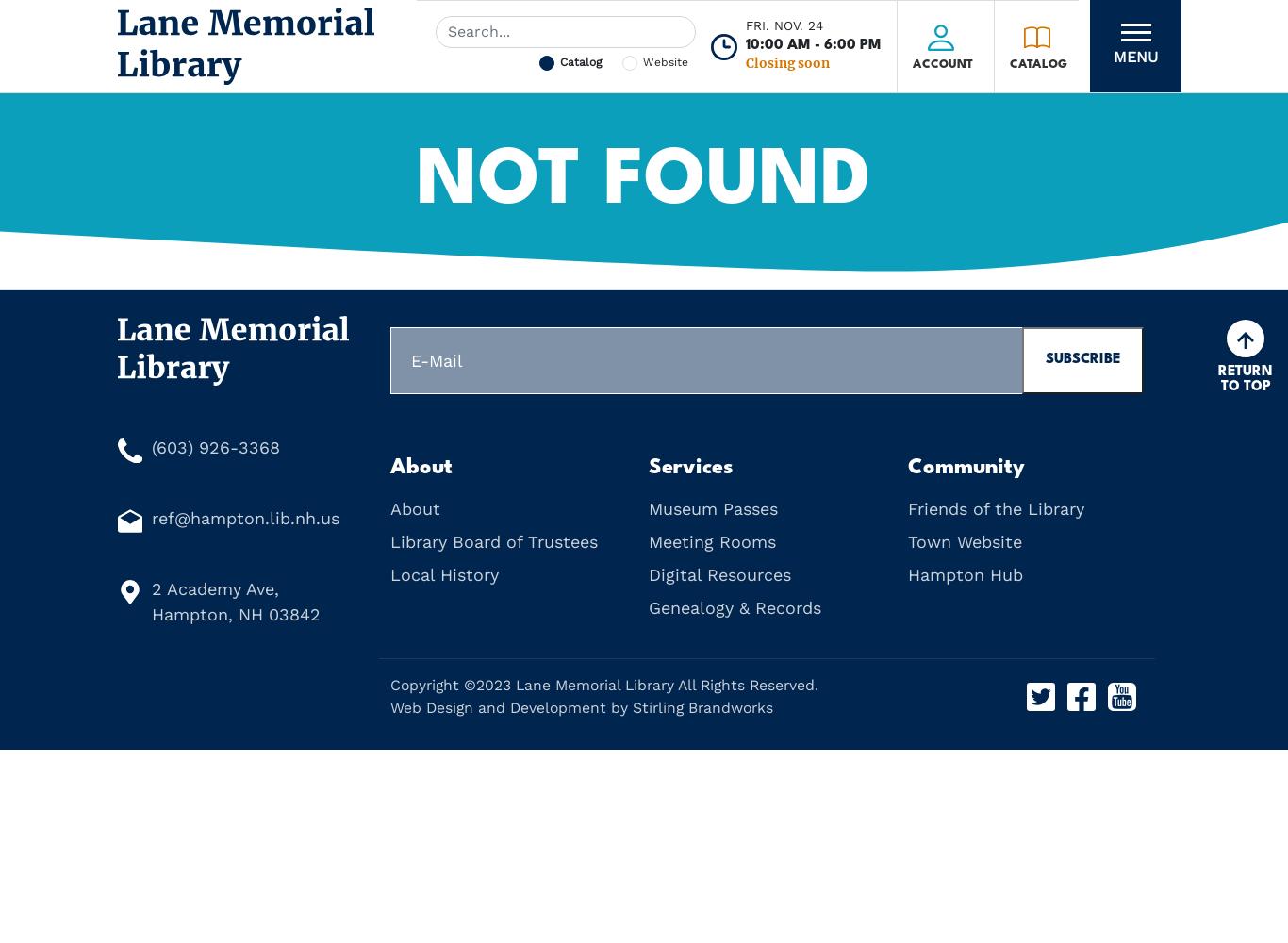 This screenshot has height=943, width=1288. I want to click on '(603) 926-3368', so click(149, 446).